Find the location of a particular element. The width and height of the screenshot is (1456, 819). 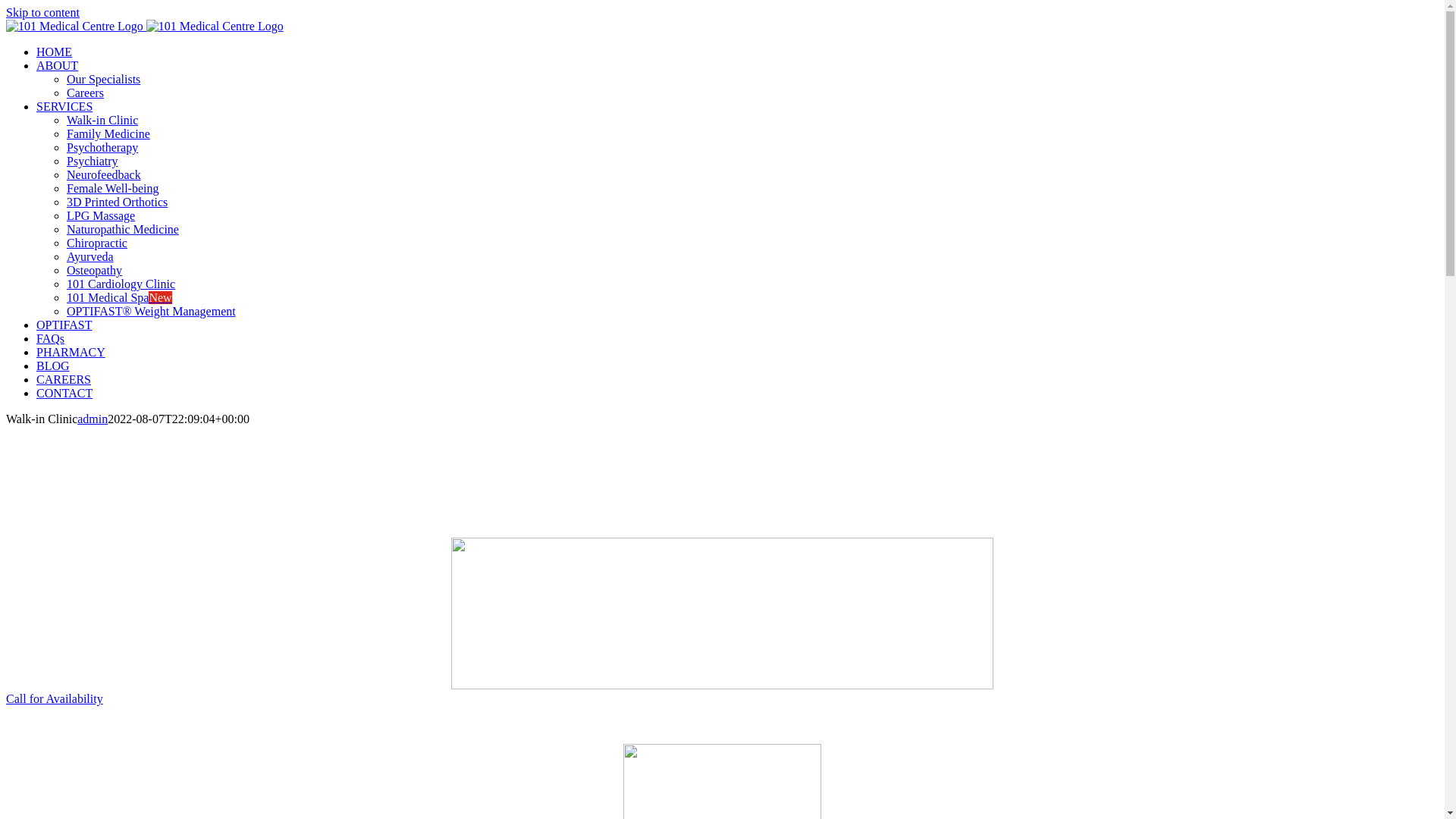

'Chiropractic' is located at coordinates (96, 242).